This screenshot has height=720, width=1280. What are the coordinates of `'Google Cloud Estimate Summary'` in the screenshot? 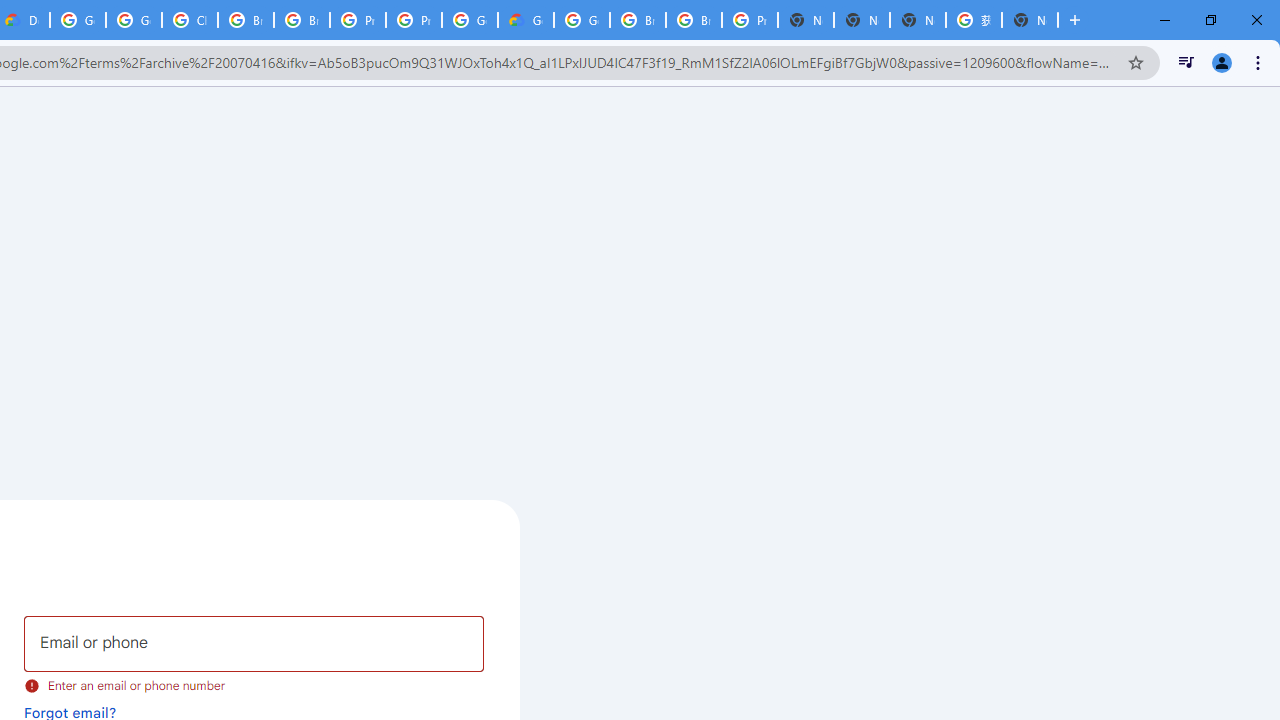 It's located at (526, 20).